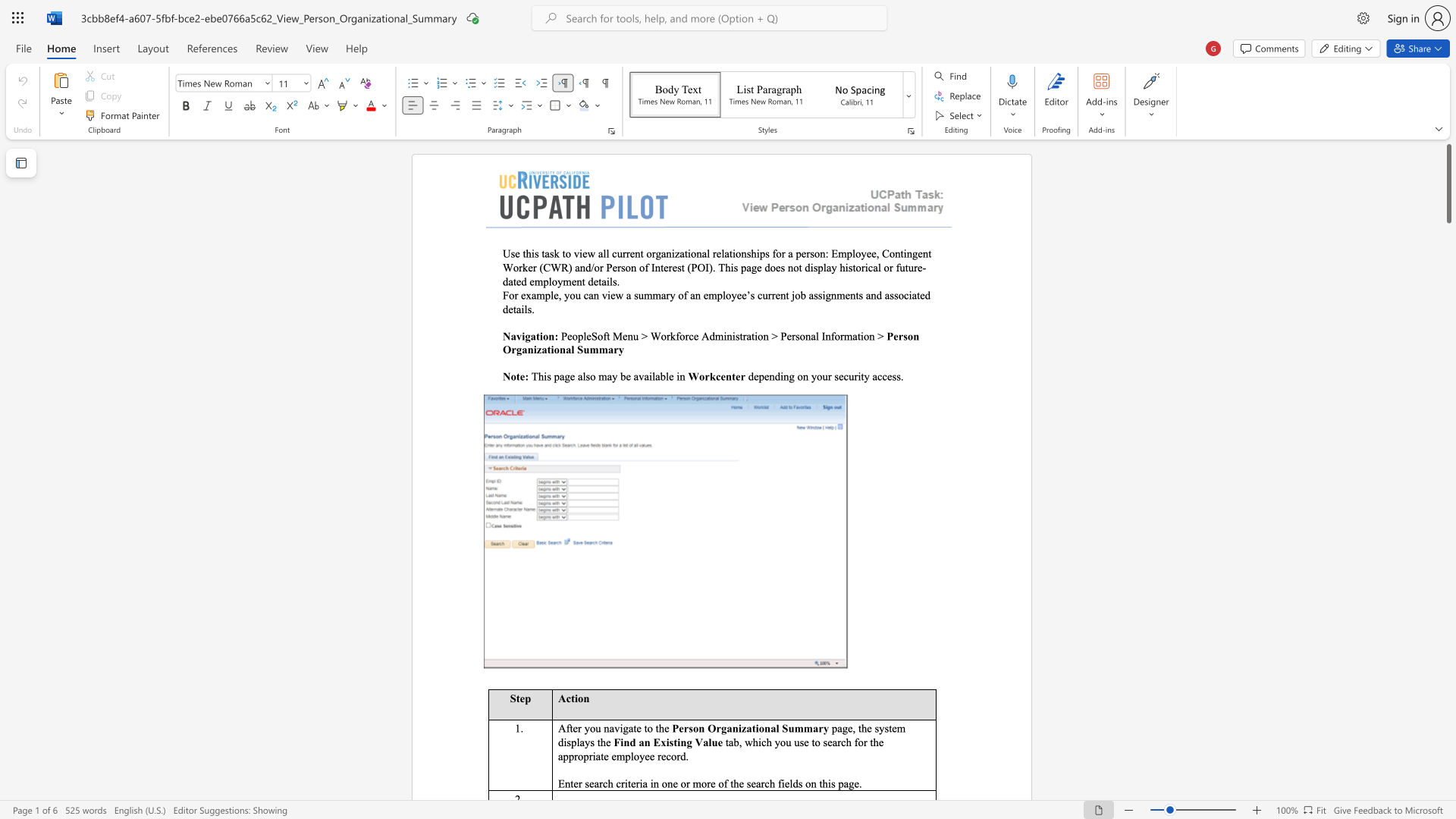 Image resolution: width=1456 pixels, height=819 pixels. I want to click on the 2th character "t" in the text, so click(890, 727).